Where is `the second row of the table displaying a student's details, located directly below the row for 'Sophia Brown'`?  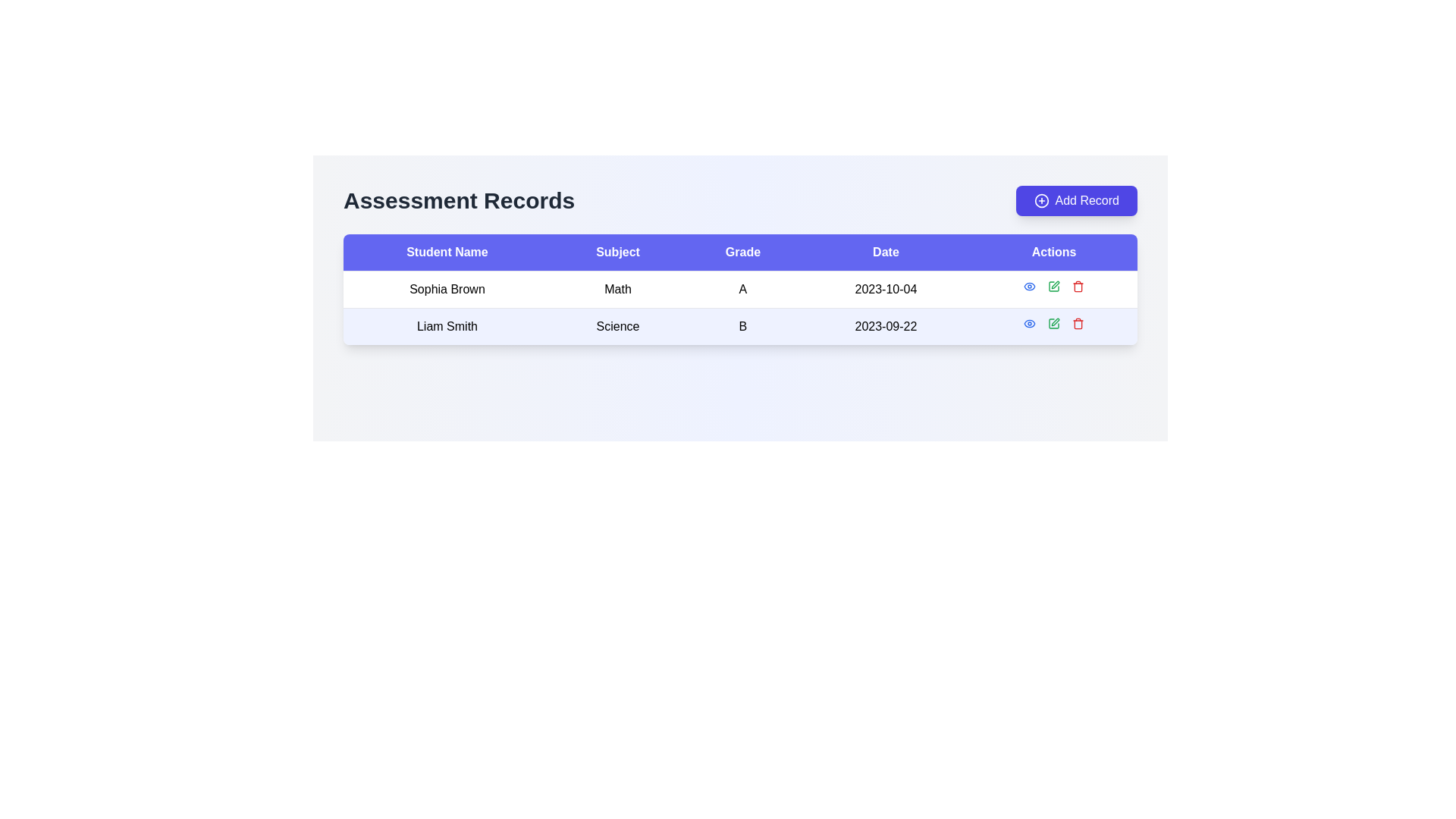
the second row of the table displaying a student's details, located directly below the row for 'Sophia Brown' is located at coordinates (740, 325).